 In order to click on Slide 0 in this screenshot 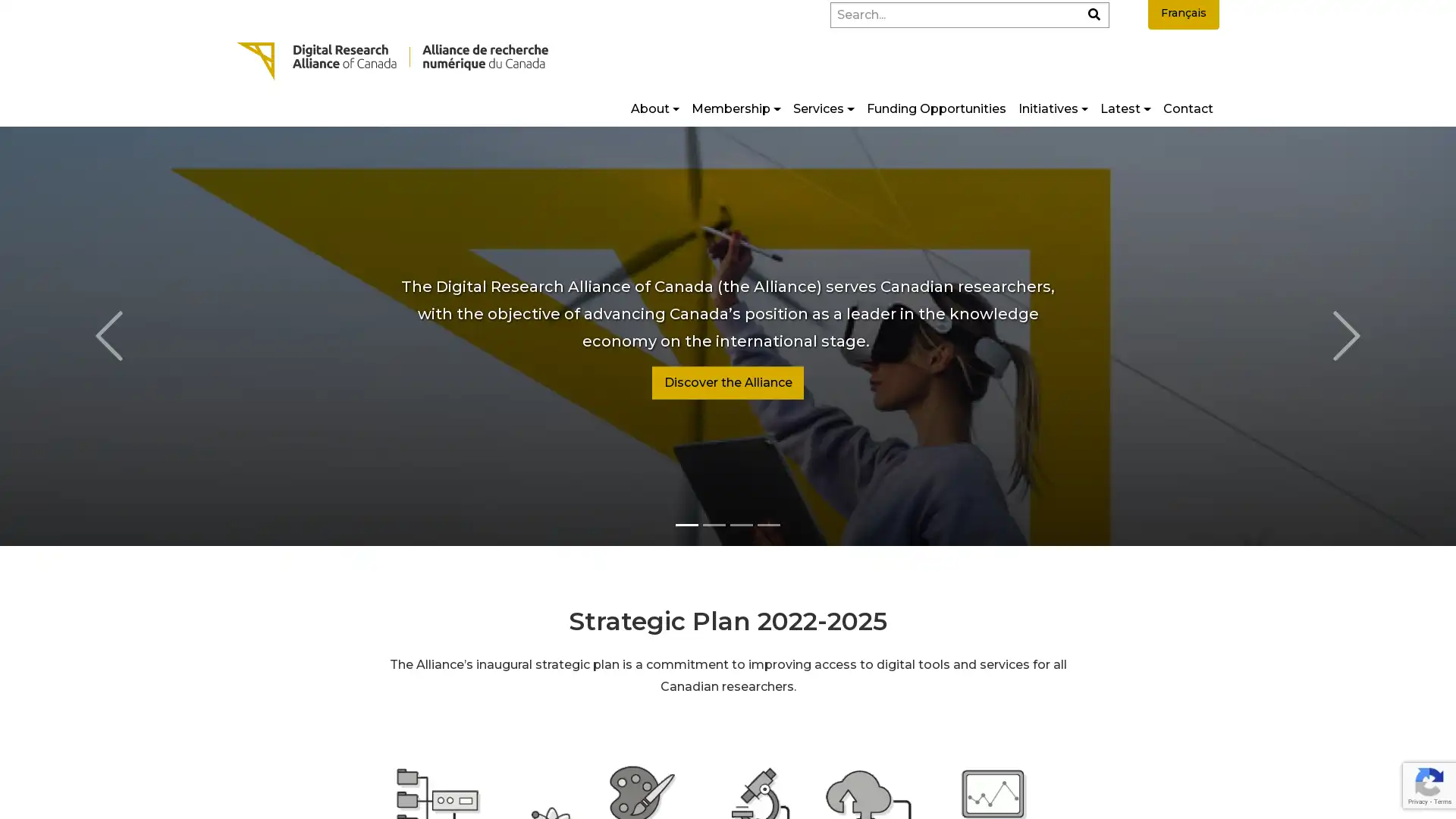, I will do `click(686, 523)`.